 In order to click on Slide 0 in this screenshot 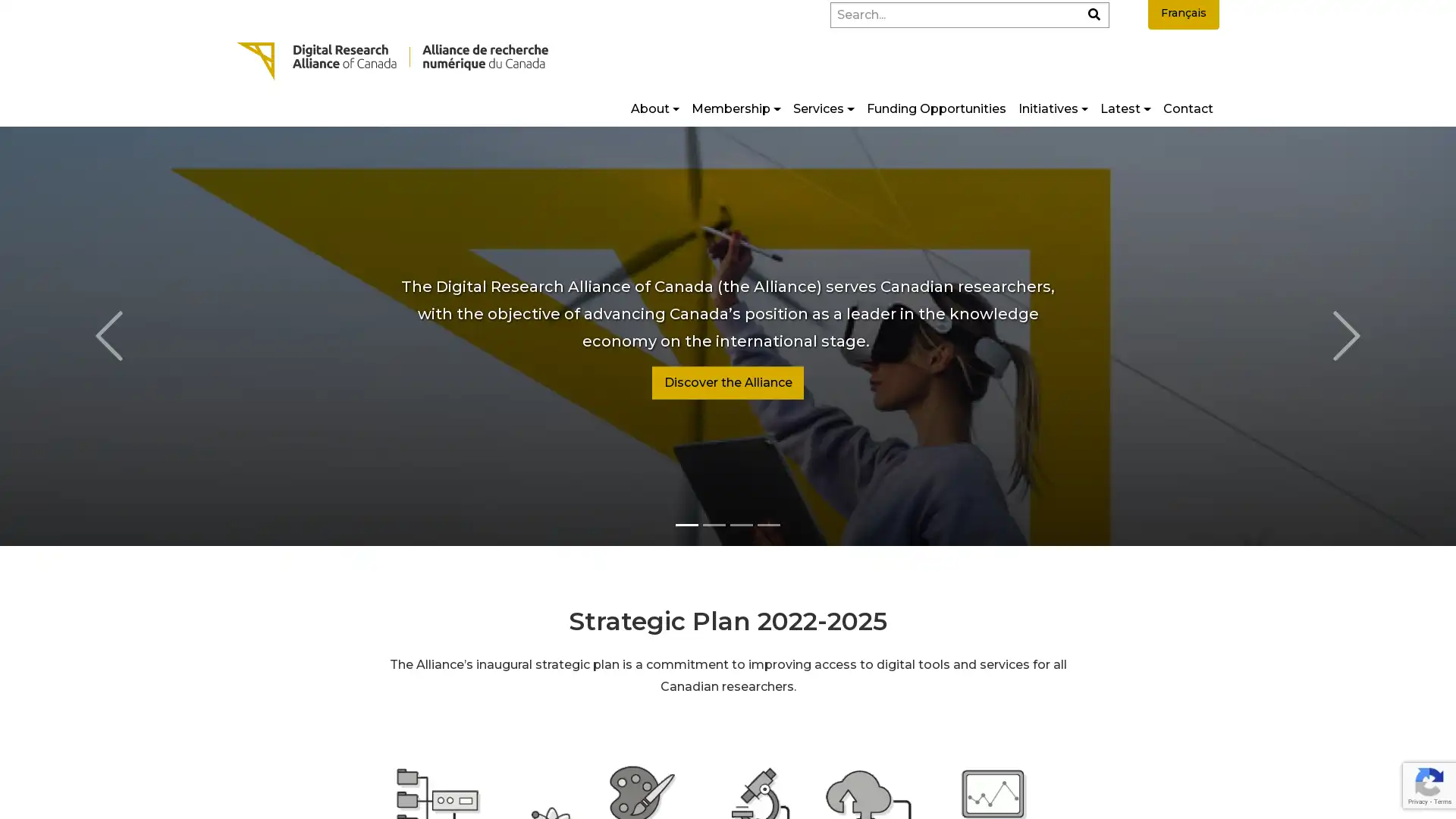, I will do `click(686, 523)`.